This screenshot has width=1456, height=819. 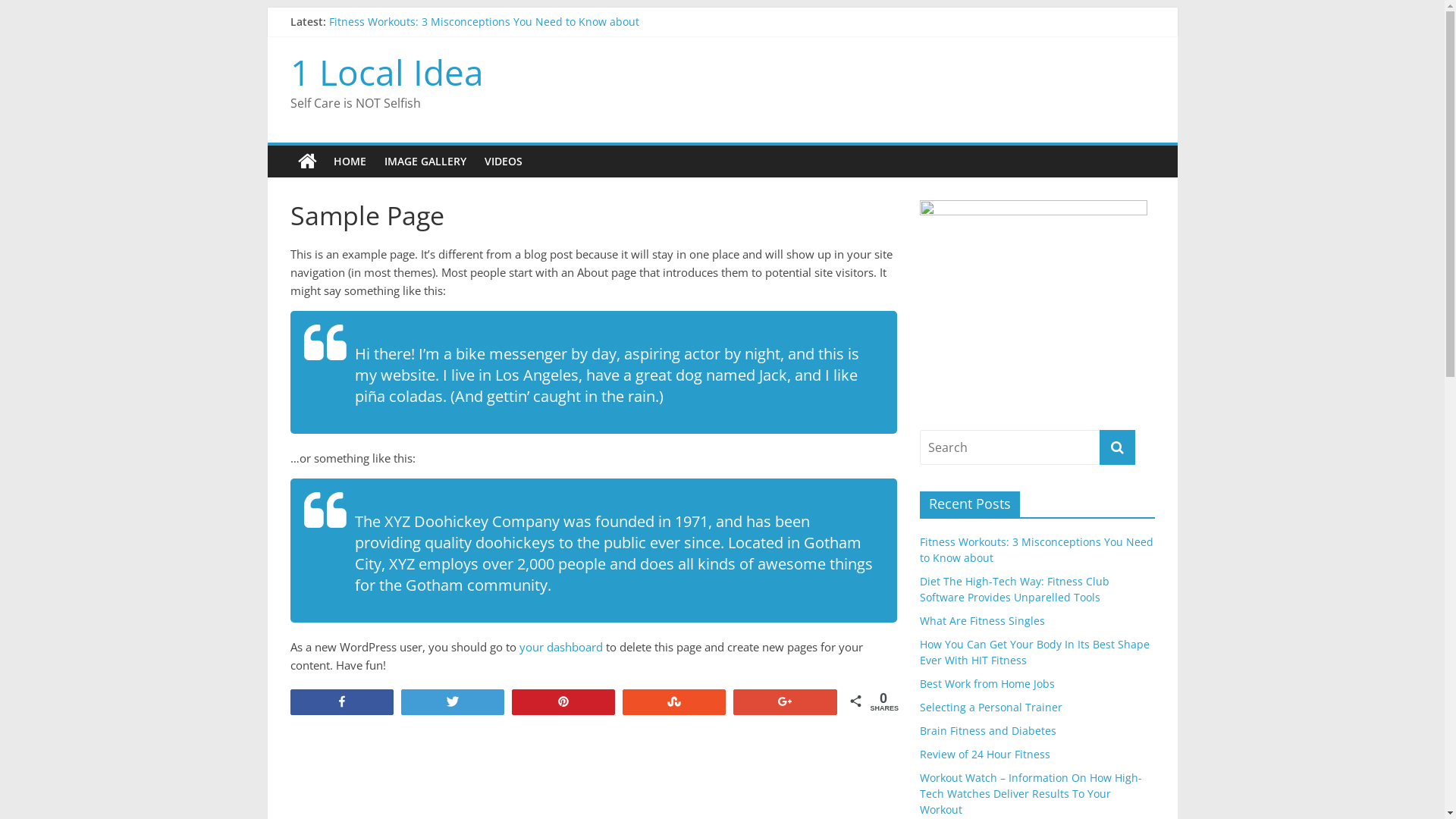 What do you see at coordinates (375, 161) in the screenshot?
I see `'IMAGE GALLERY'` at bounding box center [375, 161].